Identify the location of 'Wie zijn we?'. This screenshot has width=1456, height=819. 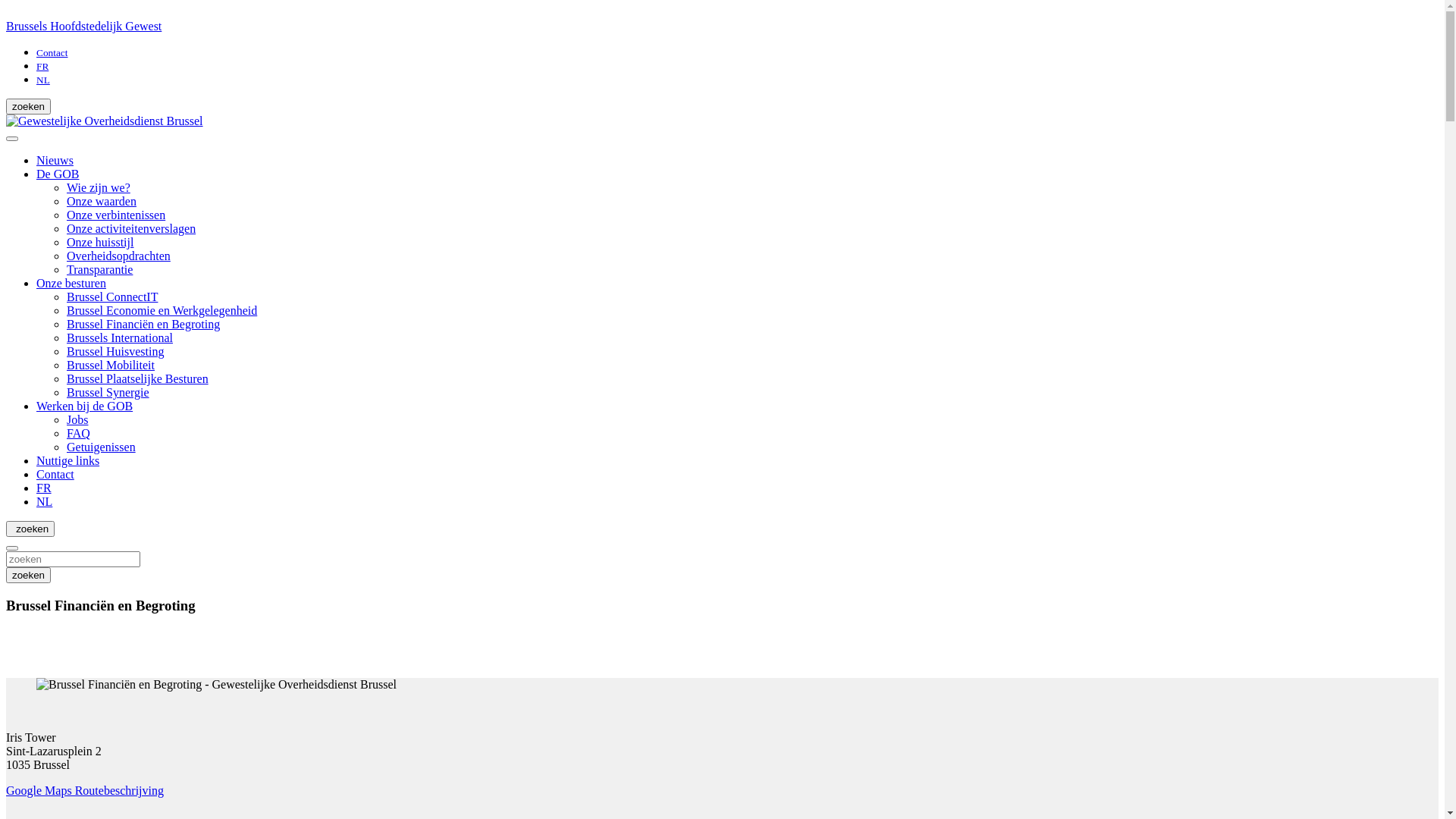
(65, 187).